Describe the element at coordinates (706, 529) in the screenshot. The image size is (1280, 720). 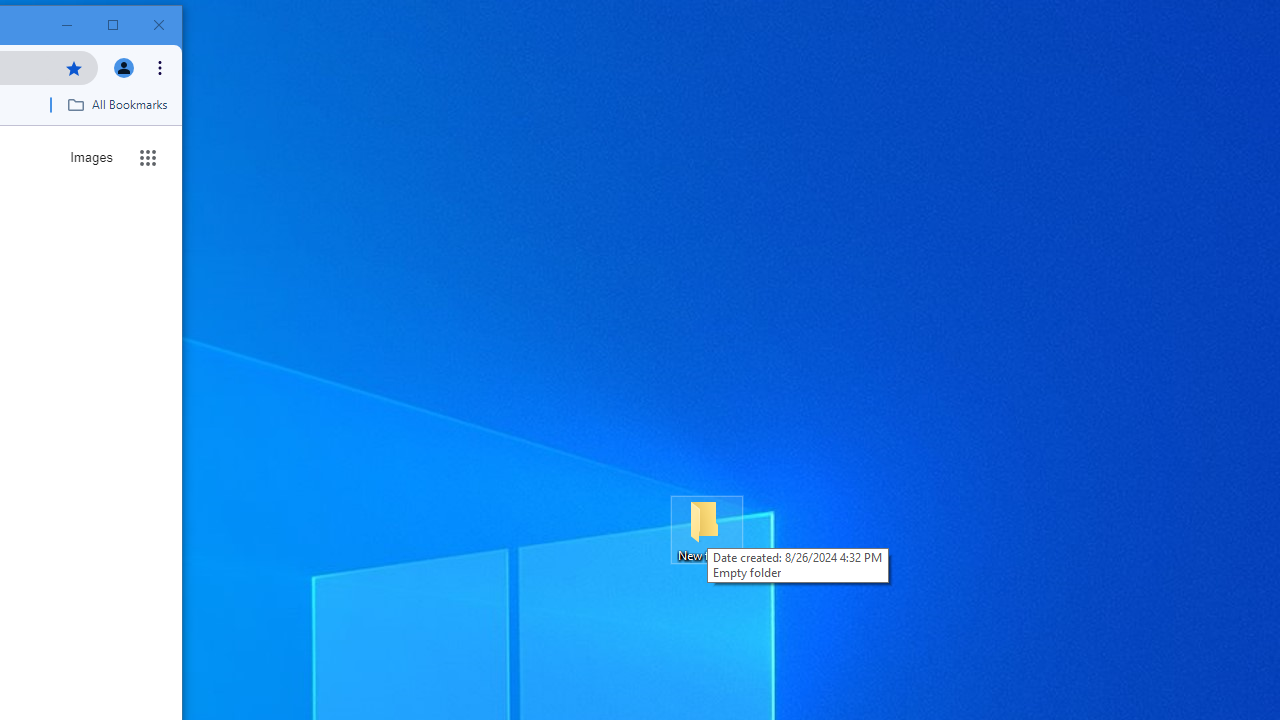
I see `'New folder'` at that location.